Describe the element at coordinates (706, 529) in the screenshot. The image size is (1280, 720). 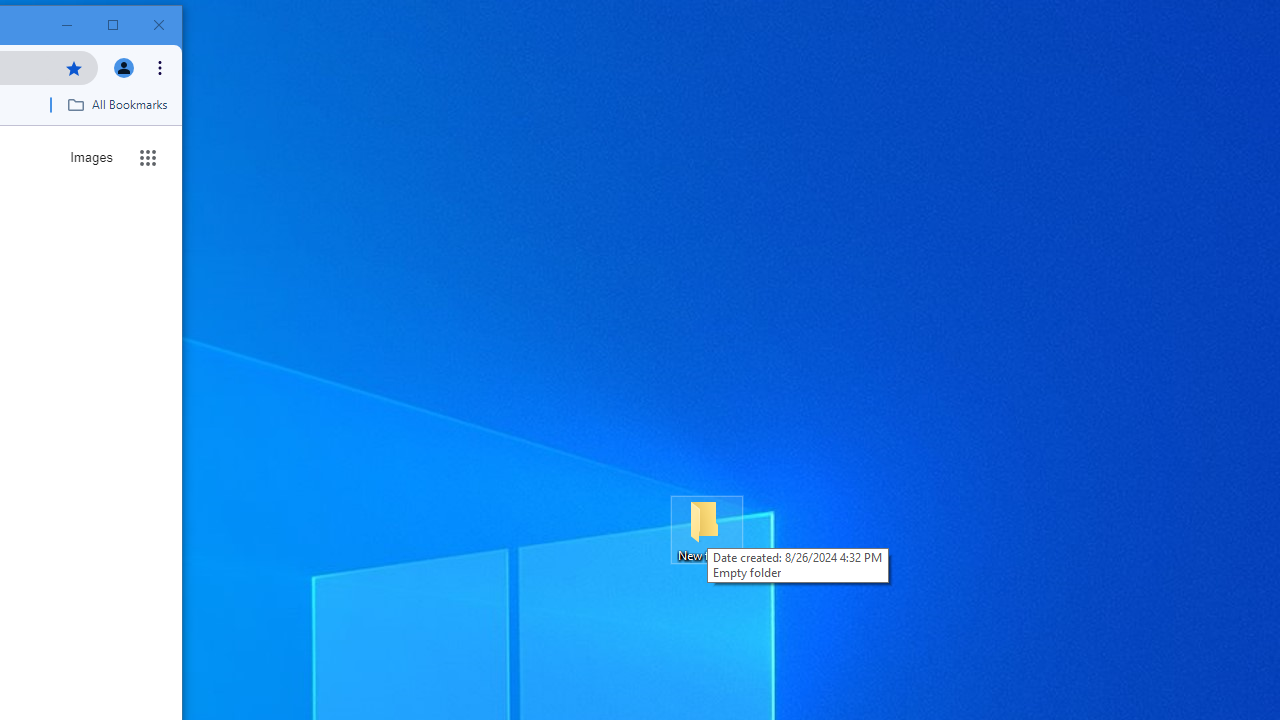
I see `'New folder'` at that location.